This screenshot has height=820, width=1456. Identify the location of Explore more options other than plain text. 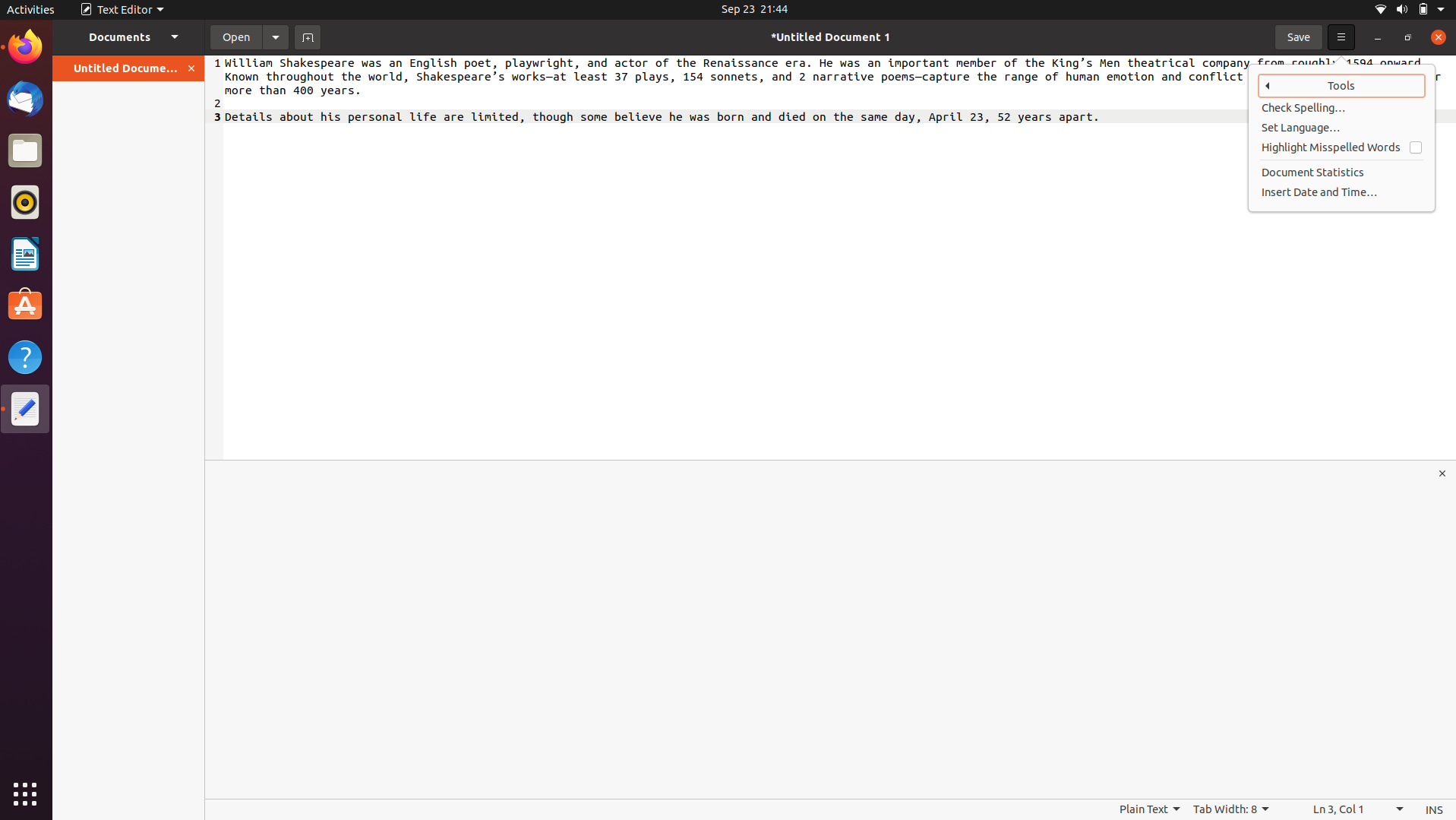
(1148, 809).